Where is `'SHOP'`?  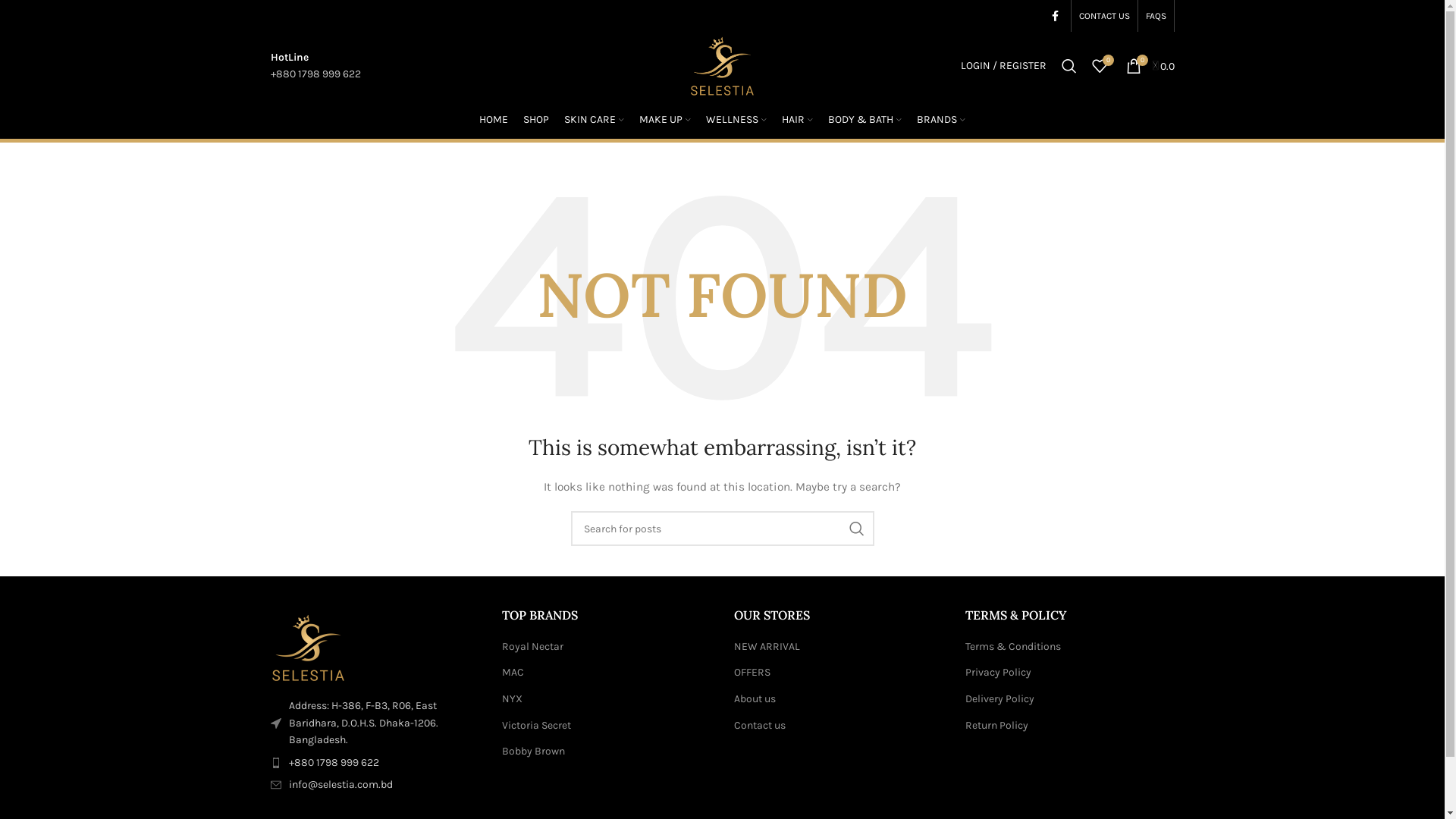 'SHOP' is located at coordinates (535, 119).